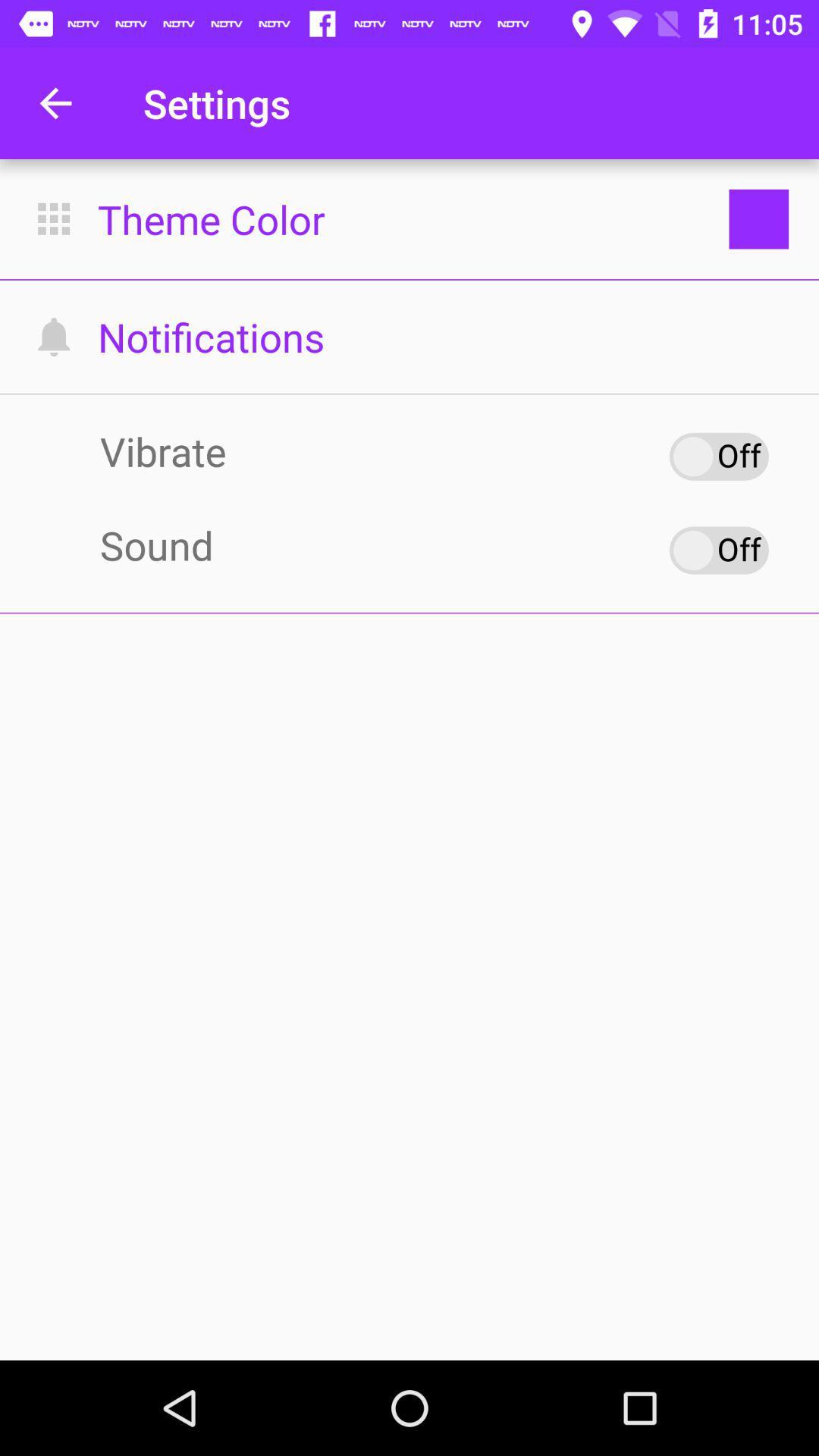 The width and height of the screenshot is (819, 1456). I want to click on vibrate, so click(718, 456).